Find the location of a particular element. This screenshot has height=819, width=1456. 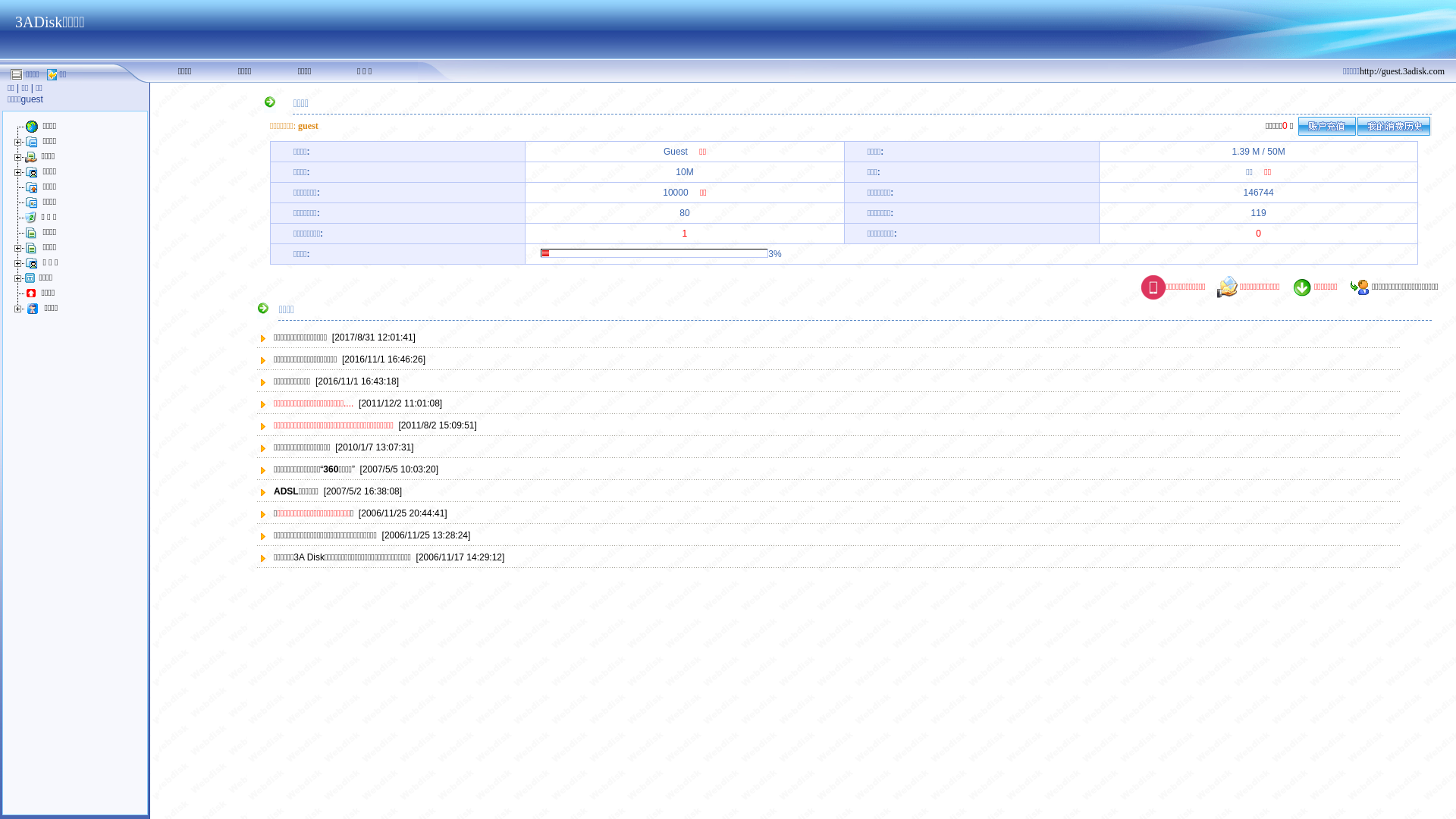

'http://guest.3adisk.com' is located at coordinates (1401, 70).